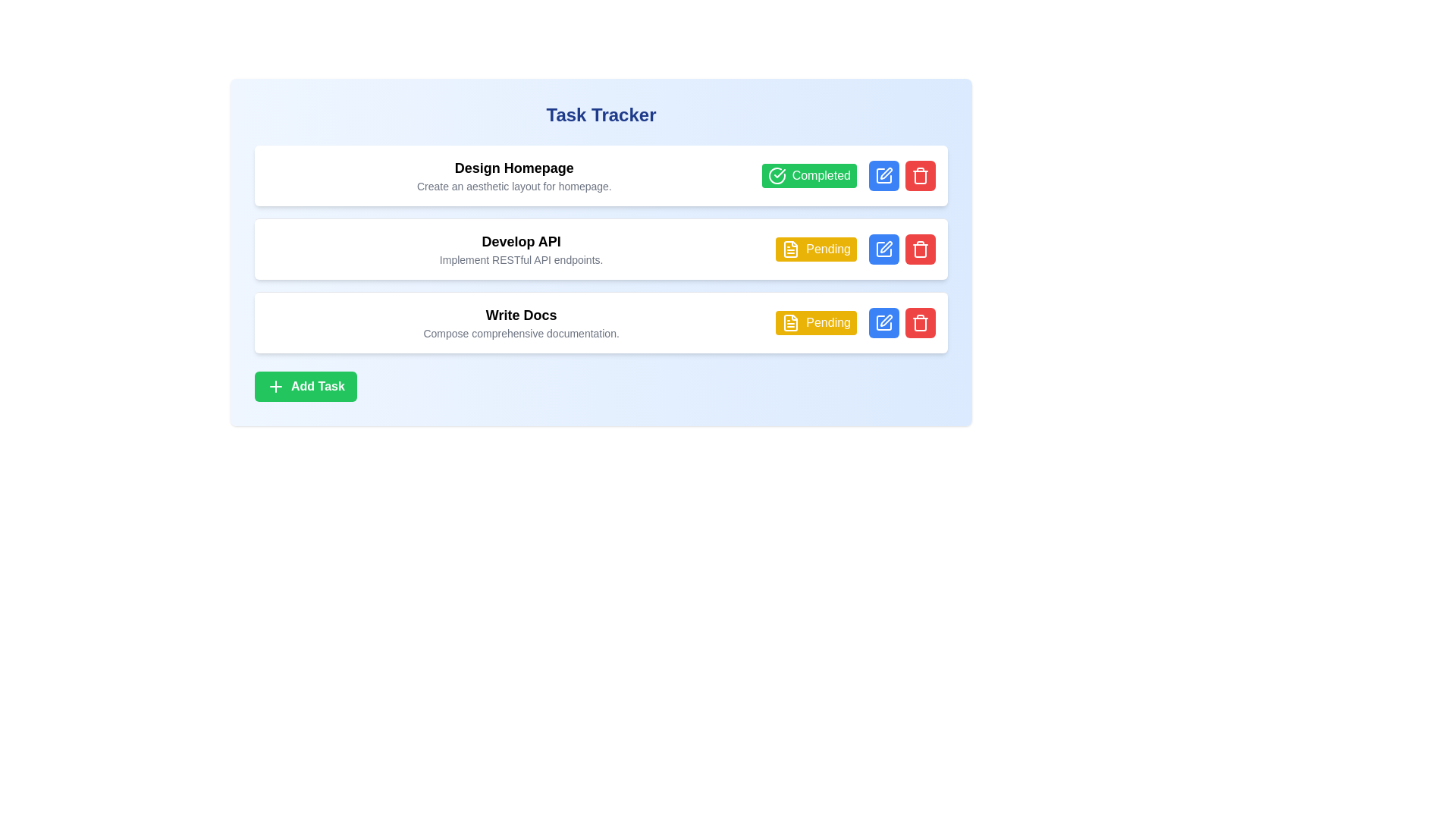 This screenshot has width=1456, height=819. Describe the element at coordinates (808, 174) in the screenshot. I see `the status indicator button located in the topmost task row, positioned between the task title and the blue 'Edit' button, to visually signal that the task has been completed` at that location.